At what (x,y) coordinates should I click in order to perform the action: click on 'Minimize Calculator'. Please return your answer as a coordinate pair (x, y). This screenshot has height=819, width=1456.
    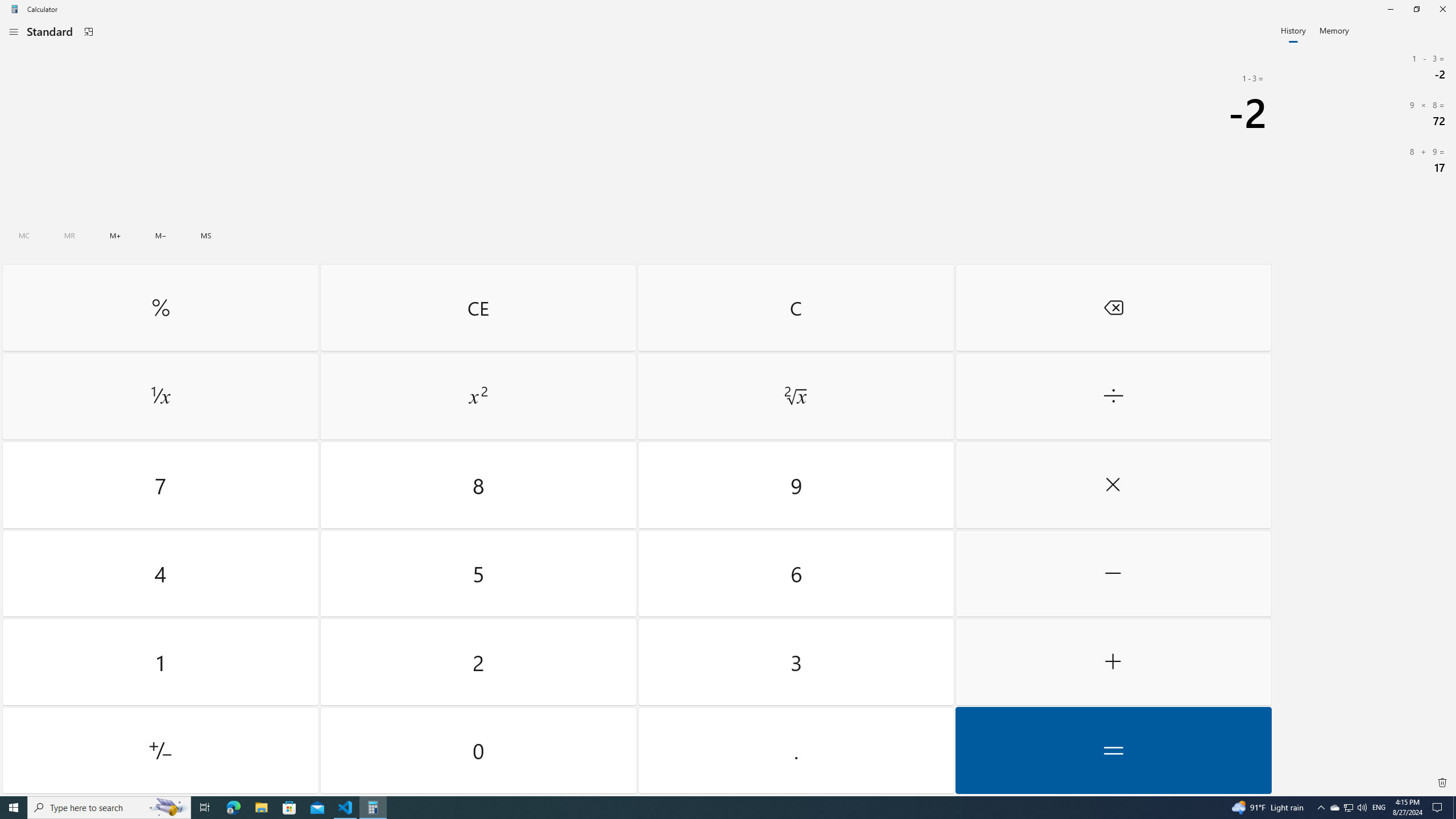
    Looking at the image, I should click on (1389, 9).